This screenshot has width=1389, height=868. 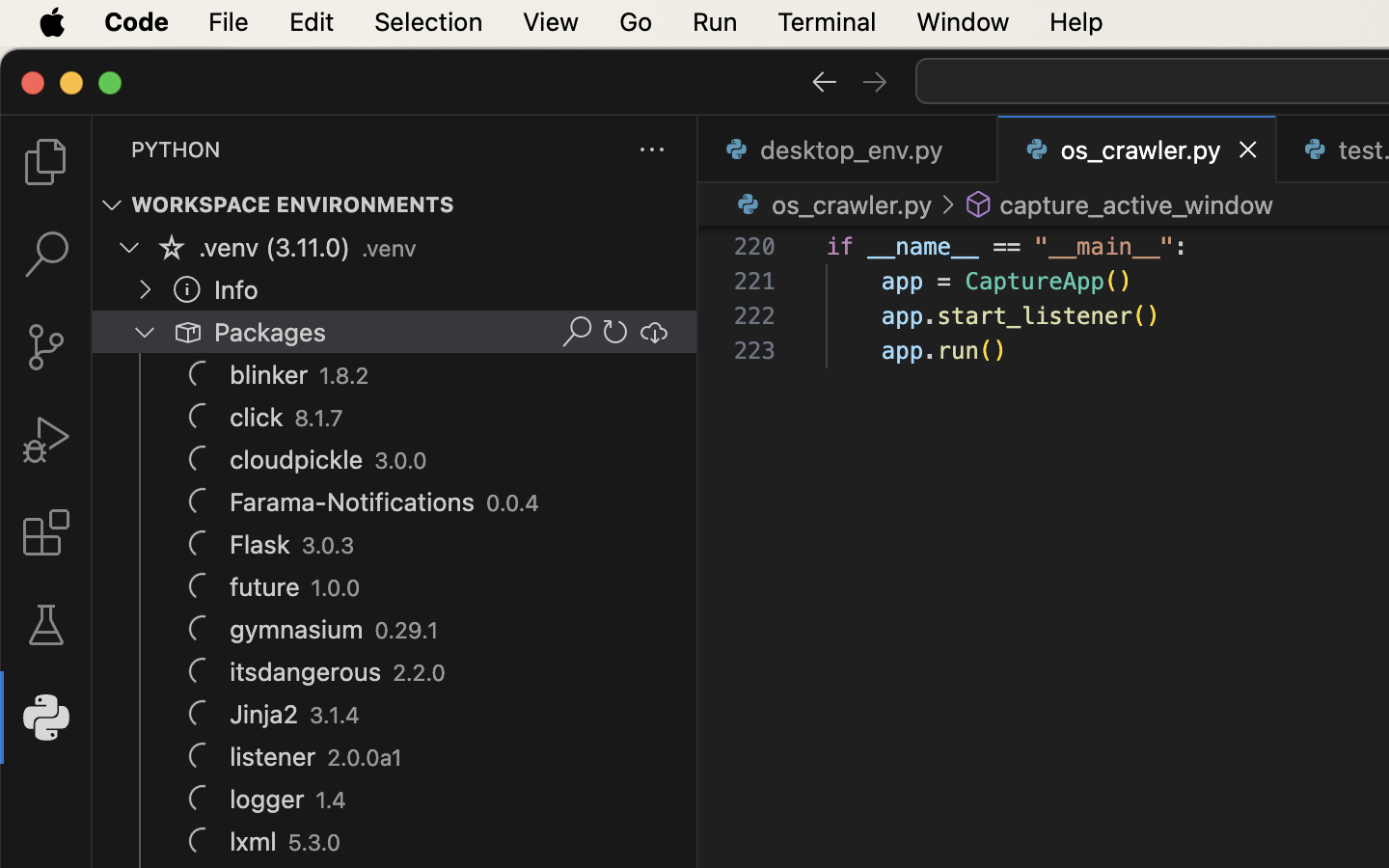 What do you see at coordinates (344, 375) in the screenshot?
I see `'1.8.2'` at bounding box center [344, 375].